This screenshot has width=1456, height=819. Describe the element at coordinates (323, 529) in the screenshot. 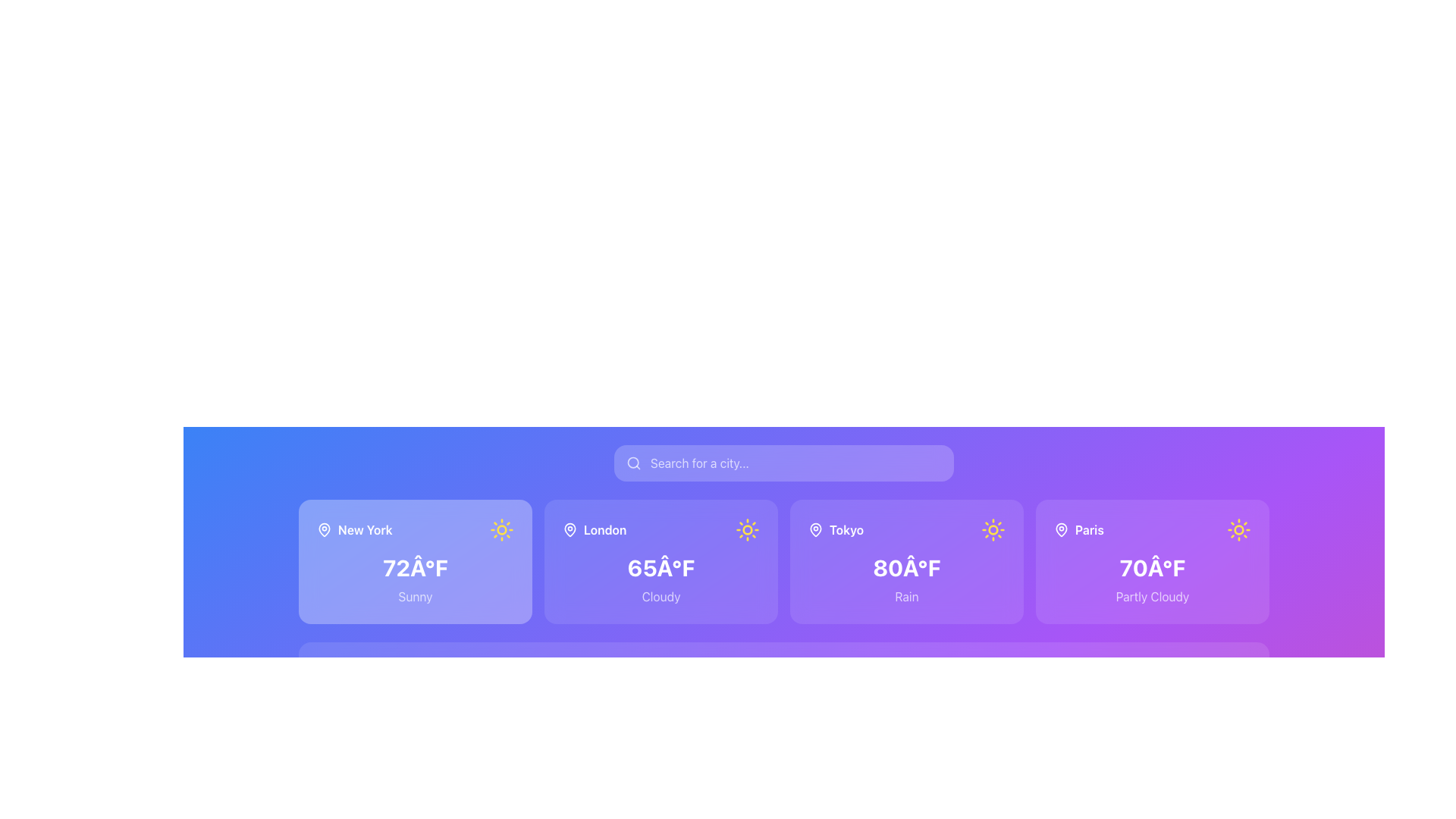

I see `the location icon associated with the 'New York' card, which is positioned in the top-left section of the card, to indicate its relevance to the location` at that location.